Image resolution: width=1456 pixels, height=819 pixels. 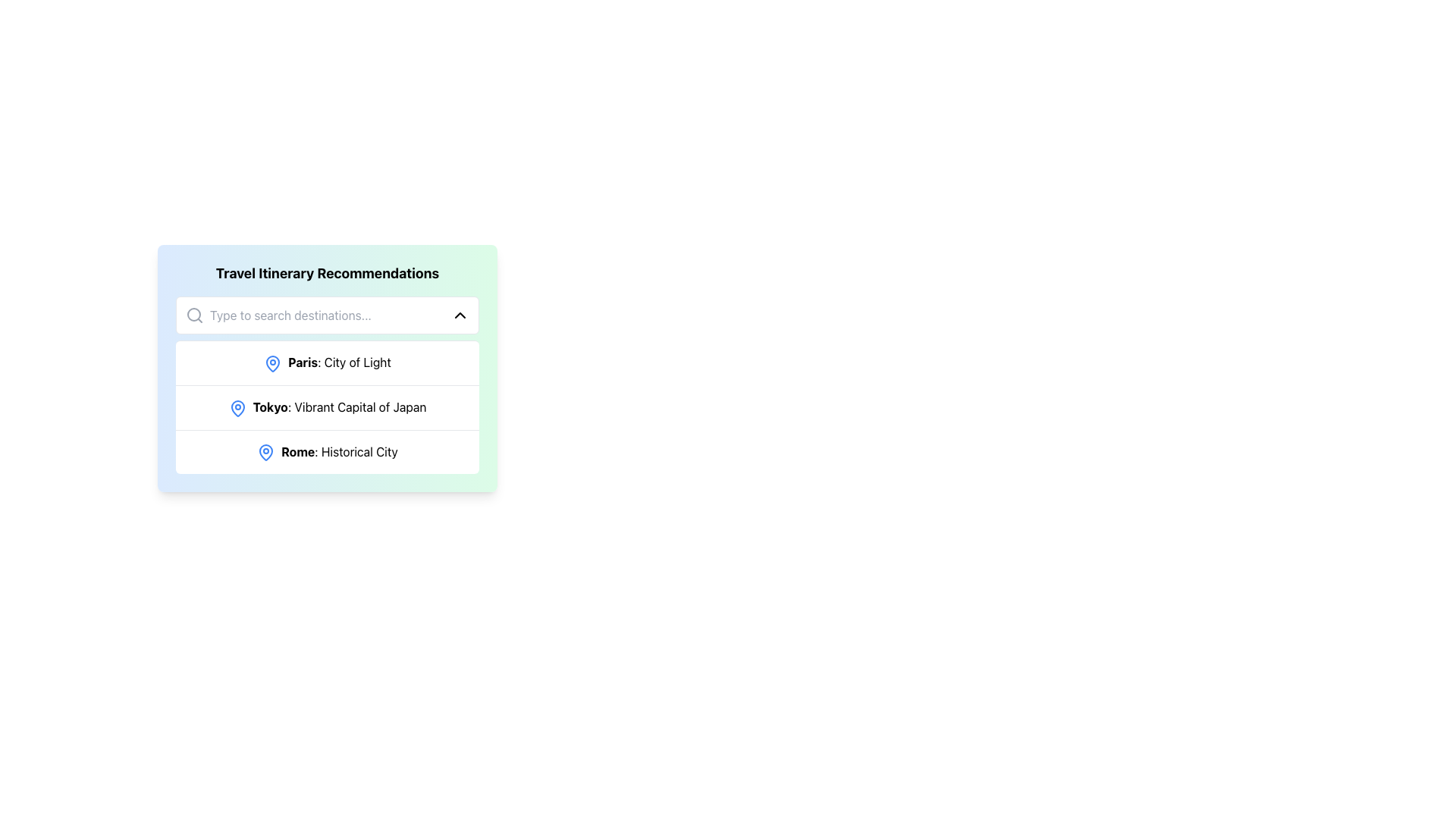 I want to click on the bold text 'Rome' which is located in the third row of the 'Travel Itinerary Recommendations' list, immediately to the right of a blue map pin icon, so click(x=298, y=450).